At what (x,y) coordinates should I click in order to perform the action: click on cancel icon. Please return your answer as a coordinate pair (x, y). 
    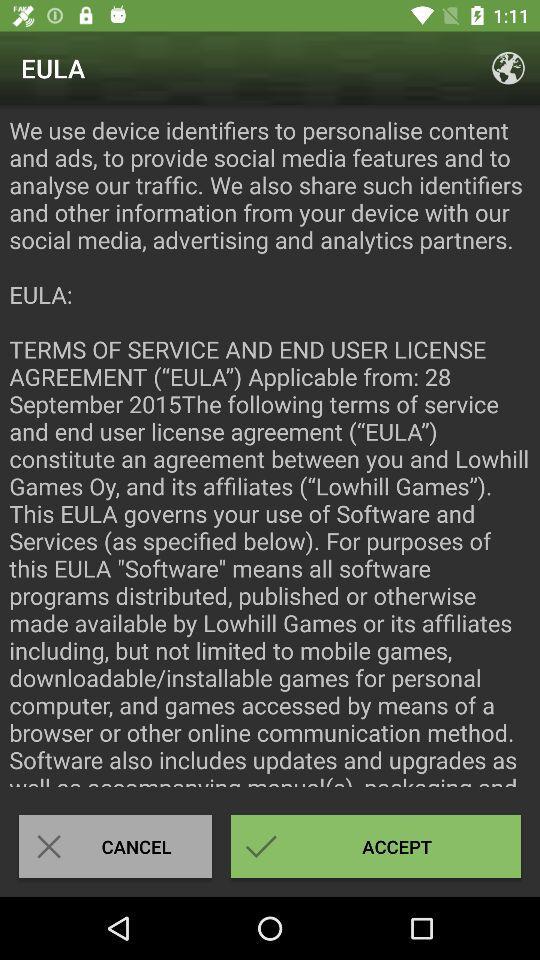
    Looking at the image, I should click on (115, 845).